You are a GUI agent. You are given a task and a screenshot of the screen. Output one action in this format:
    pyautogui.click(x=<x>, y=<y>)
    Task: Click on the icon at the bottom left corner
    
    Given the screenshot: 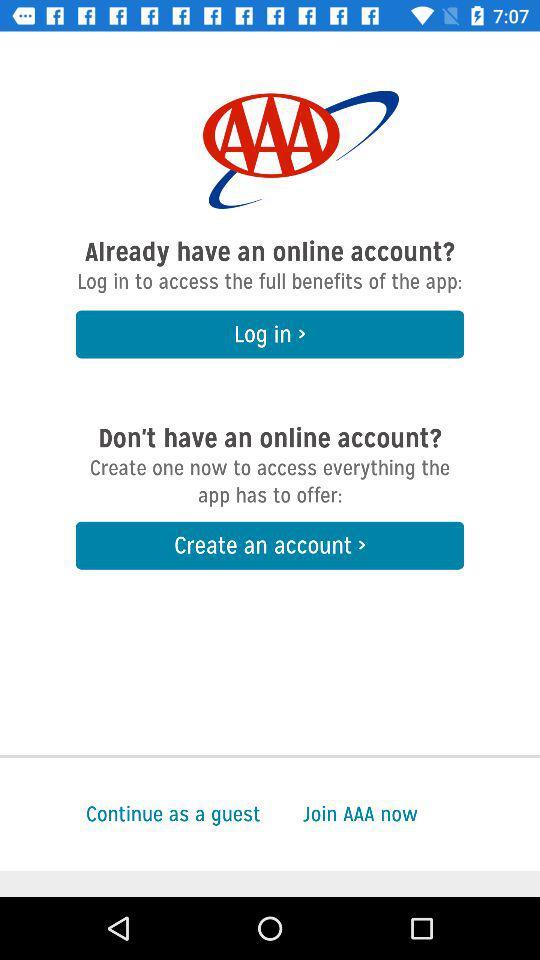 What is the action you would take?
    pyautogui.click(x=130, y=814)
    